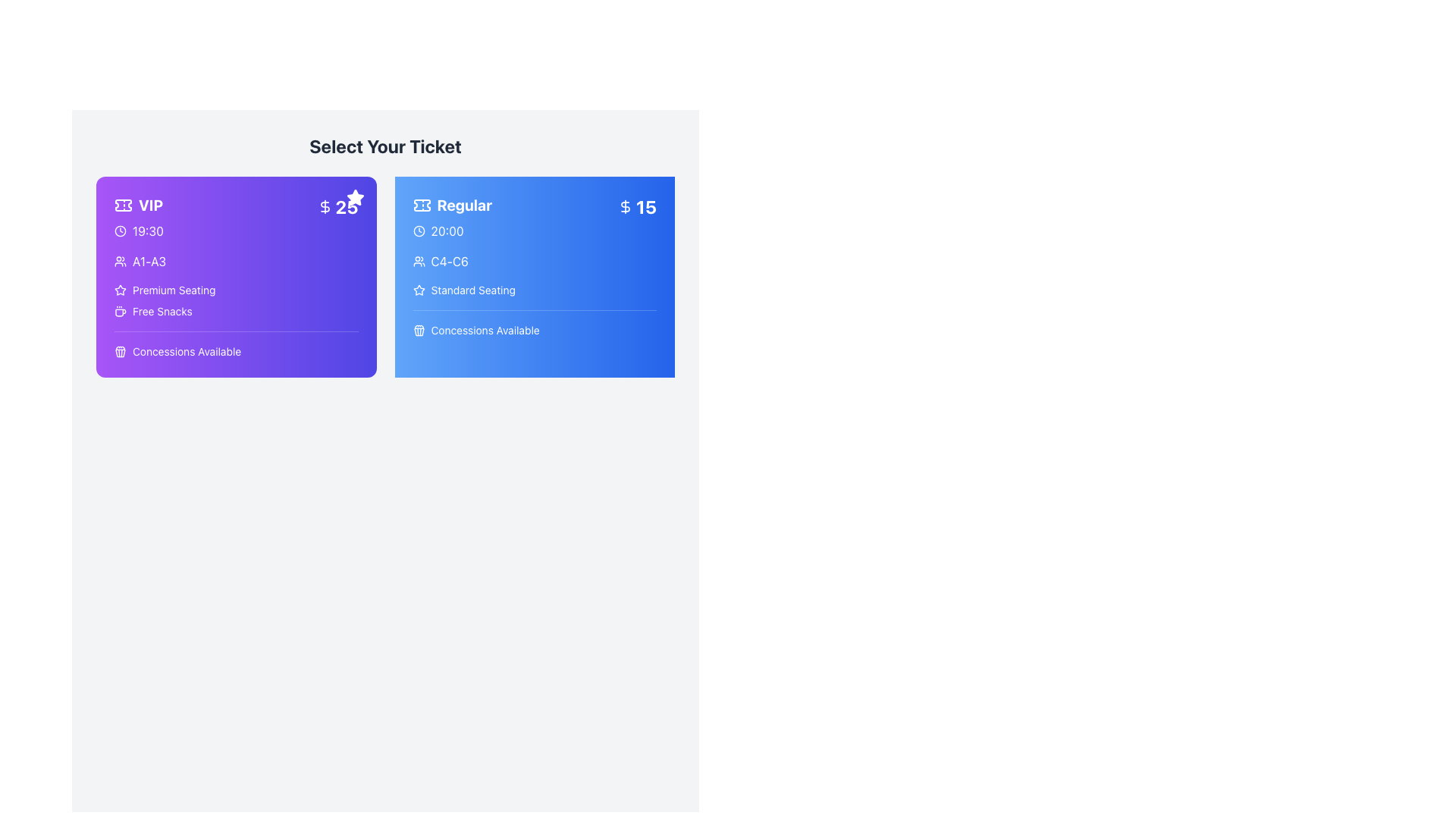 The height and width of the screenshot is (819, 1456). Describe the element at coordinates (124, 205) in the screenshot. I see `the VIP ticket class icon located at the upper-left corner of the VIP ticket card, adjacent to the text 'VIP'` at that location.